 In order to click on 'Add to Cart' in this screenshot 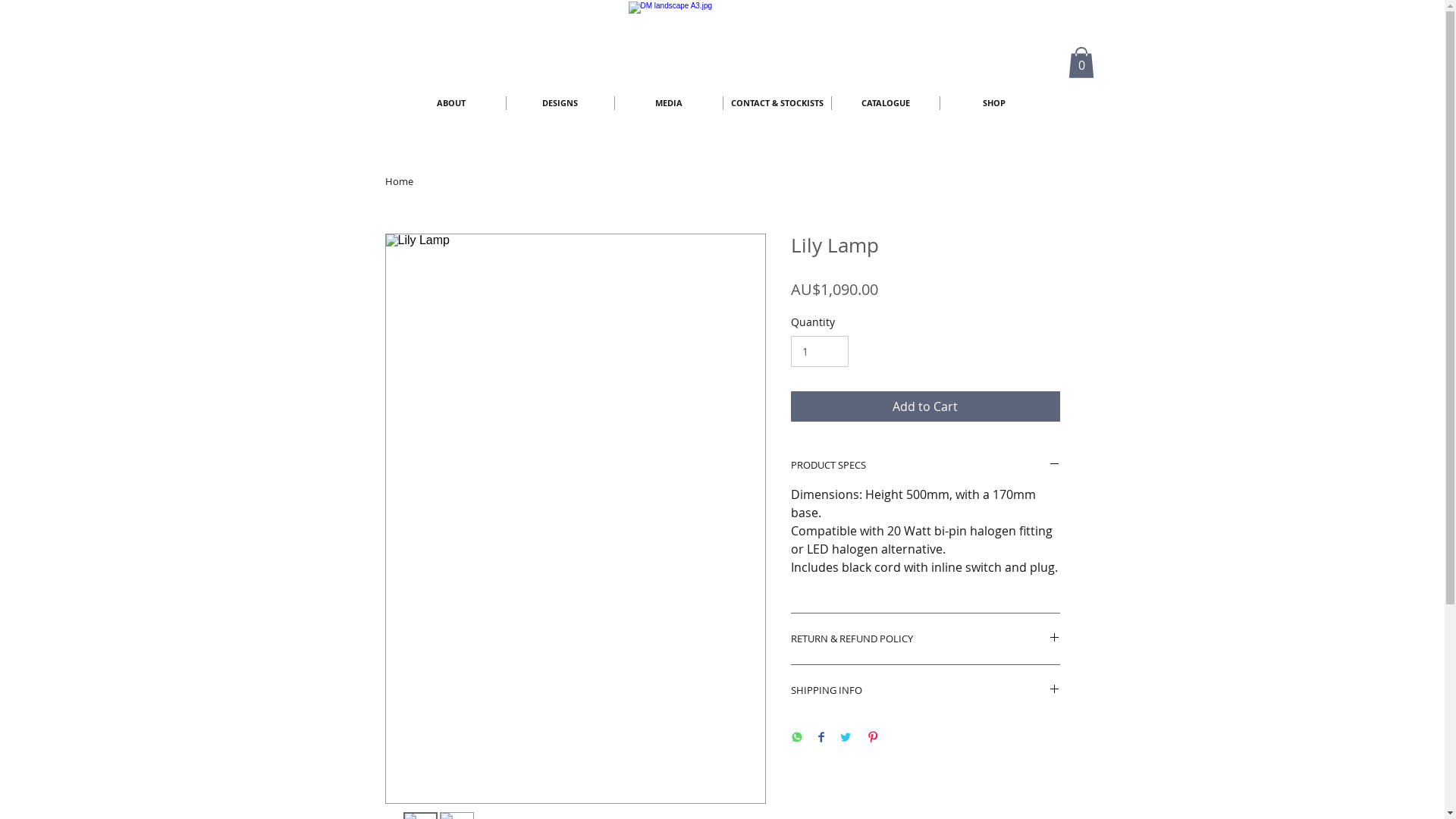, I will do `click(924, 406)`.